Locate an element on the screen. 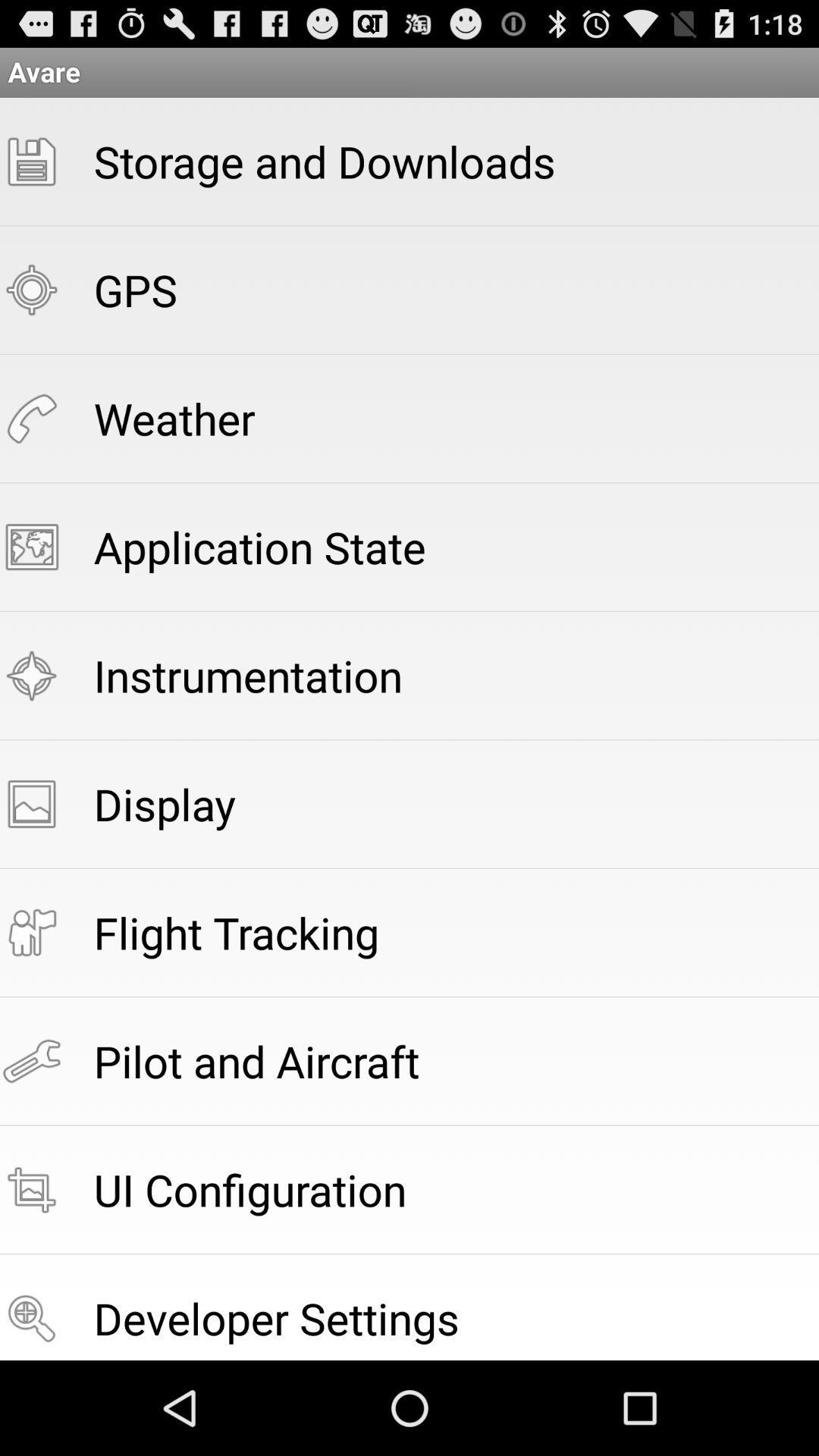 This screenshot has height=1456, width=819. the app above instrumentation icon is located at coordinates (259, 546).